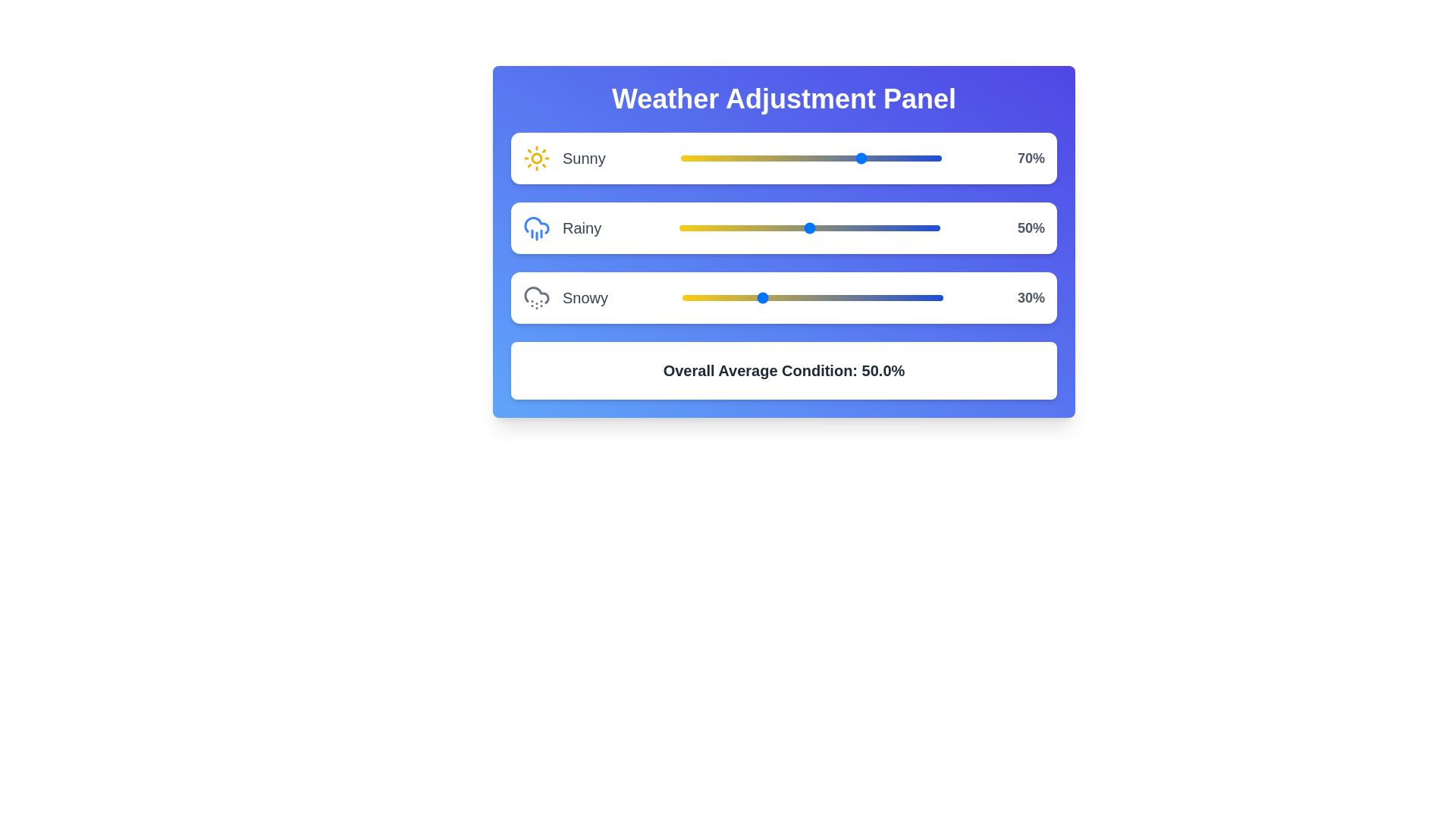 This screenshot has height=819, width=1456. What do you see at coordinates (929, 298) in the screenshot?
I see `the snowy condition percentage` at bounding box center [929, 298].